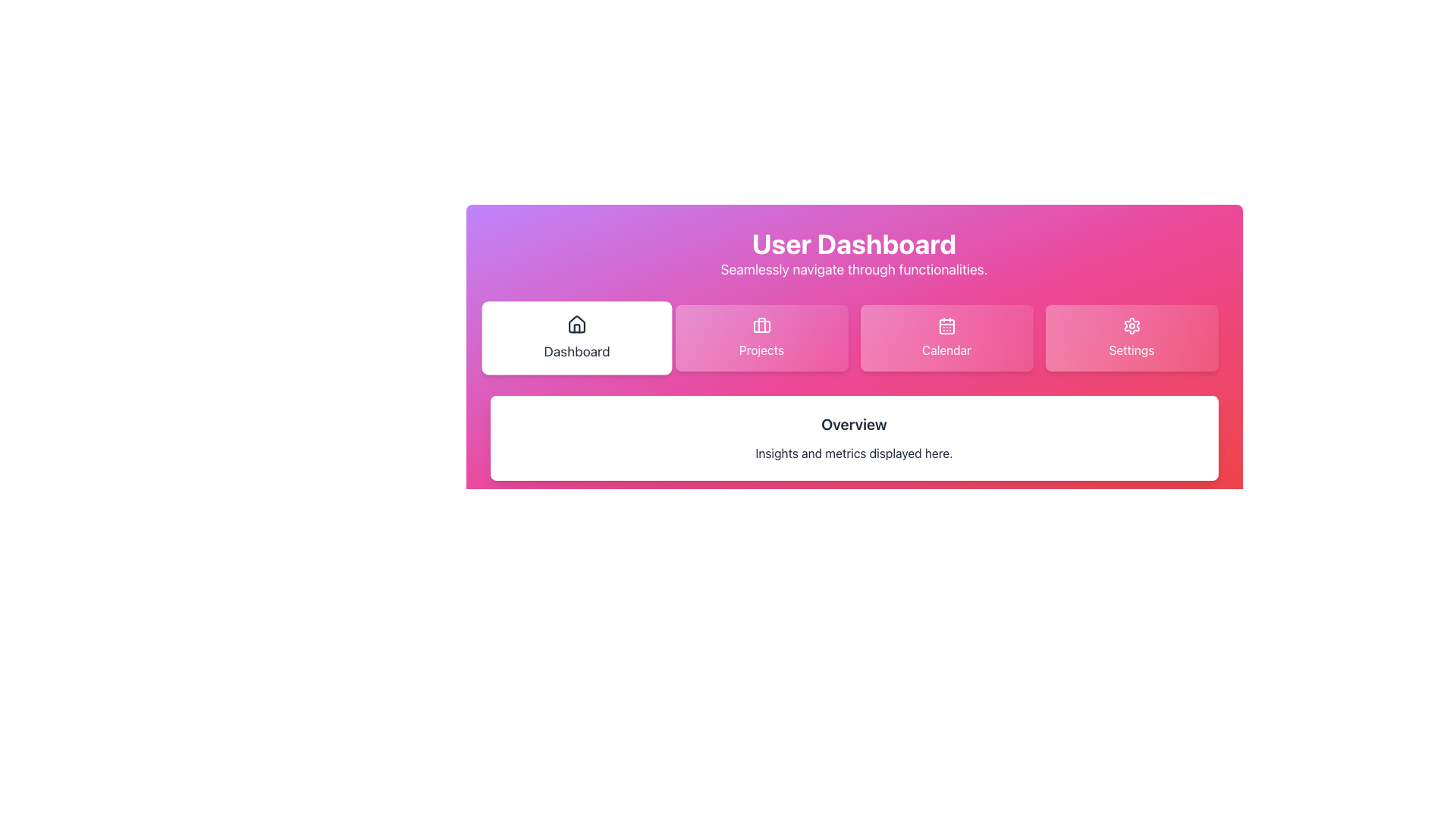  Describe the element at coordinates (576, 351) in the screenshot. I see `text label 'Dashboard' located at the bottom of the gray card with rounded corners, below the house icon` at that location.